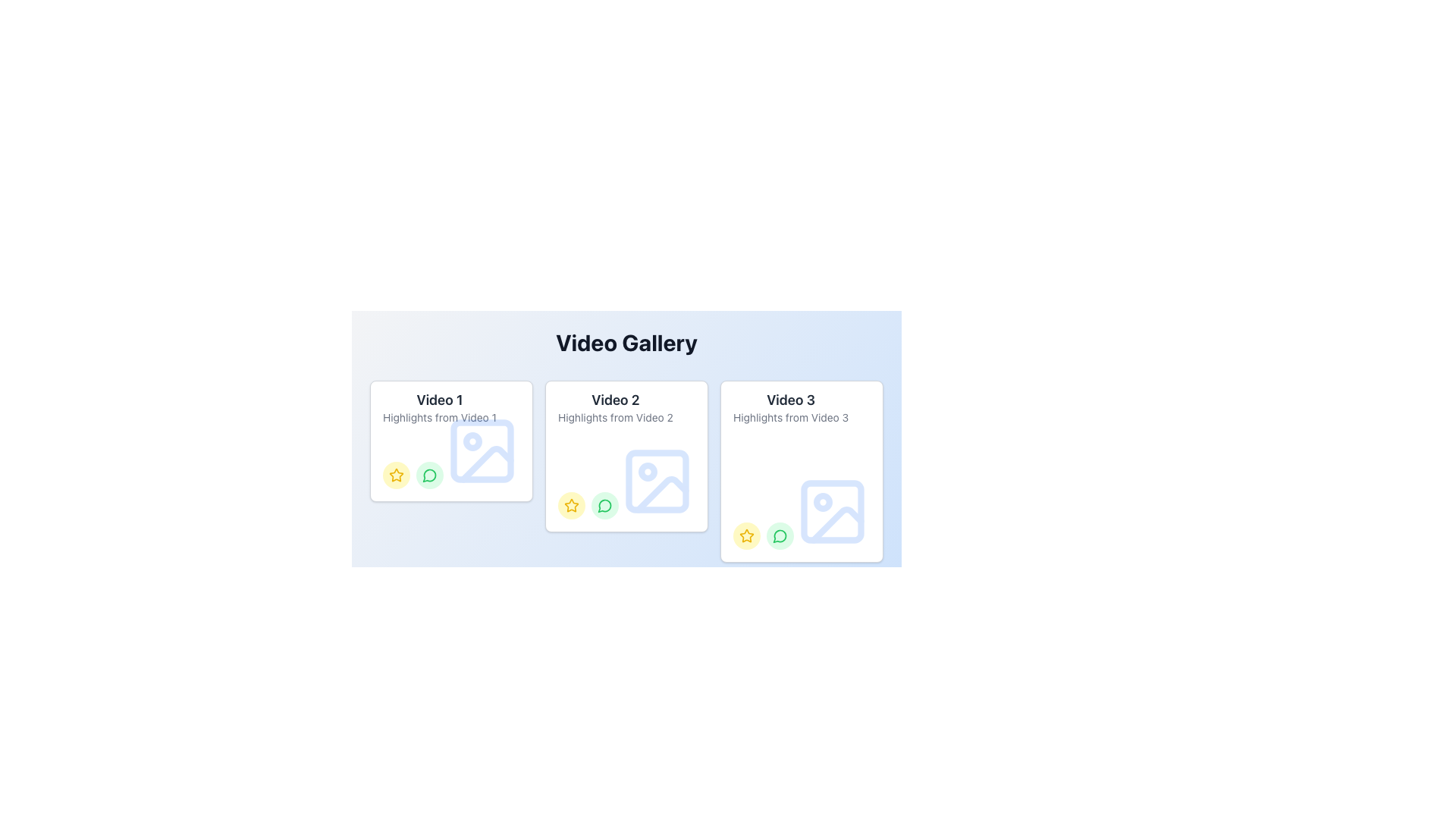  I want to click on the circular green button located in the bottom-left area of the 'Video 1' card, so click(428, 669).